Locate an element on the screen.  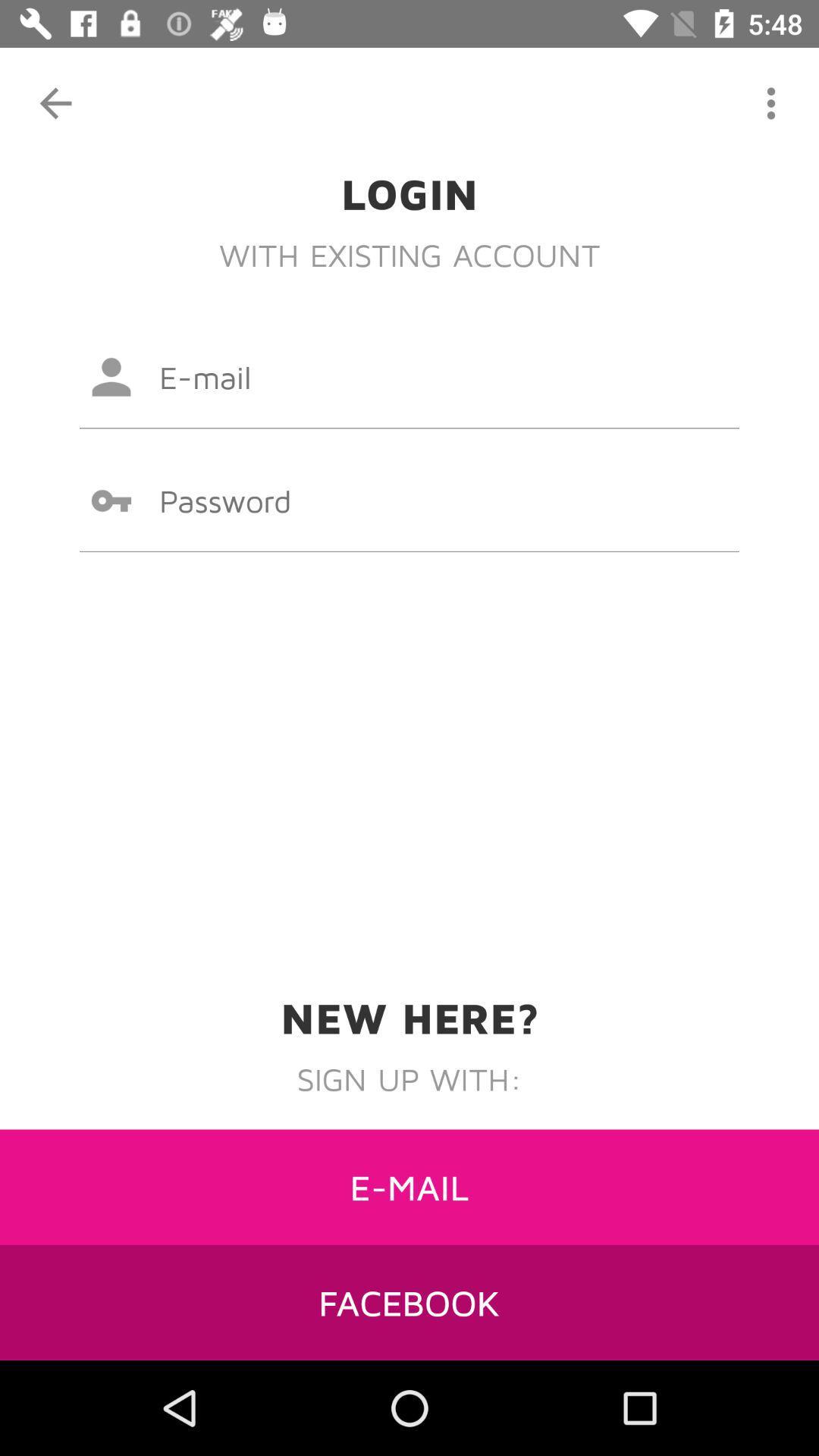
login email is located at coordinates (409, 377).